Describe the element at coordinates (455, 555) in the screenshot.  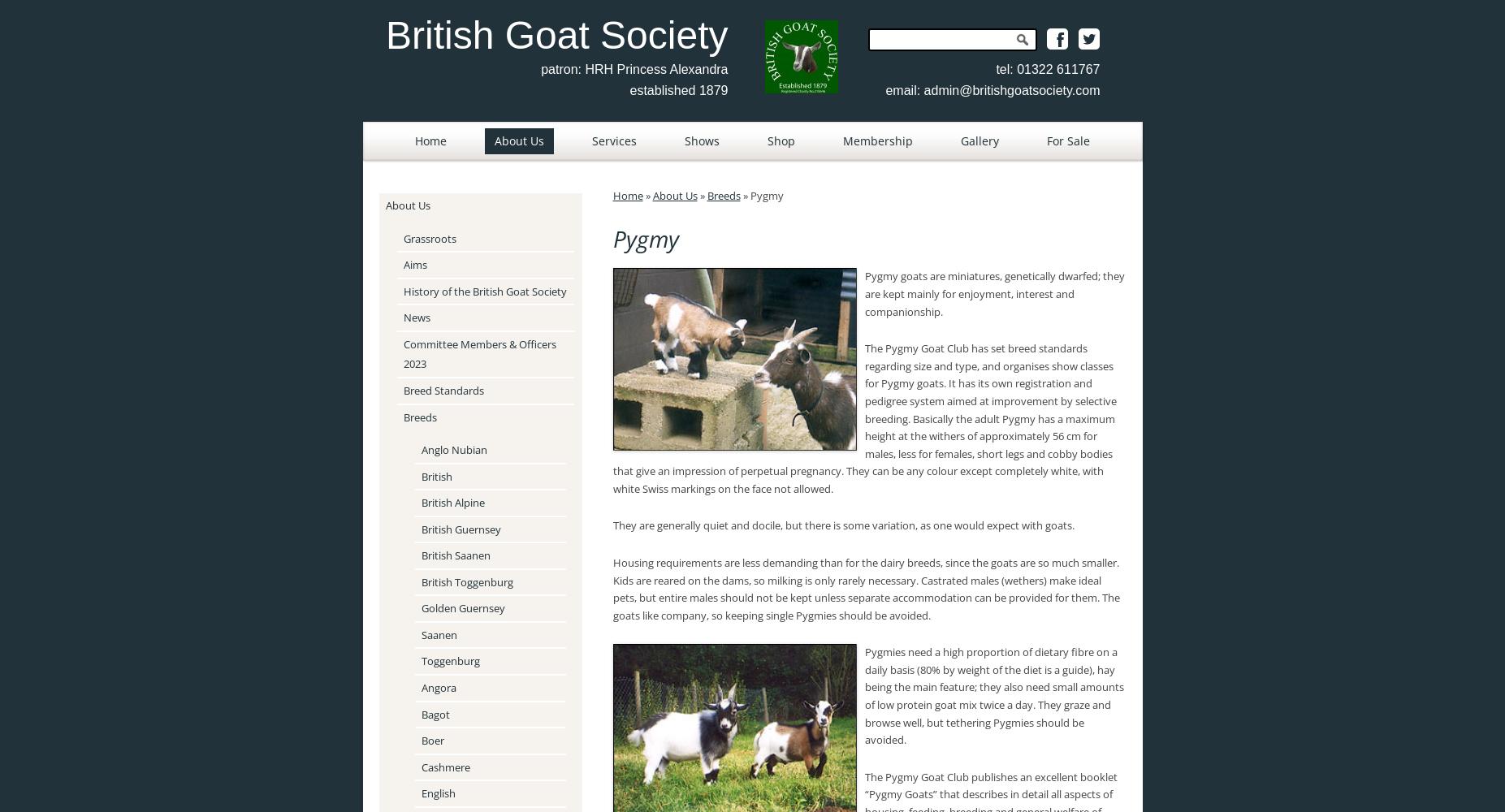
I see `'British Saanen'` at that location.